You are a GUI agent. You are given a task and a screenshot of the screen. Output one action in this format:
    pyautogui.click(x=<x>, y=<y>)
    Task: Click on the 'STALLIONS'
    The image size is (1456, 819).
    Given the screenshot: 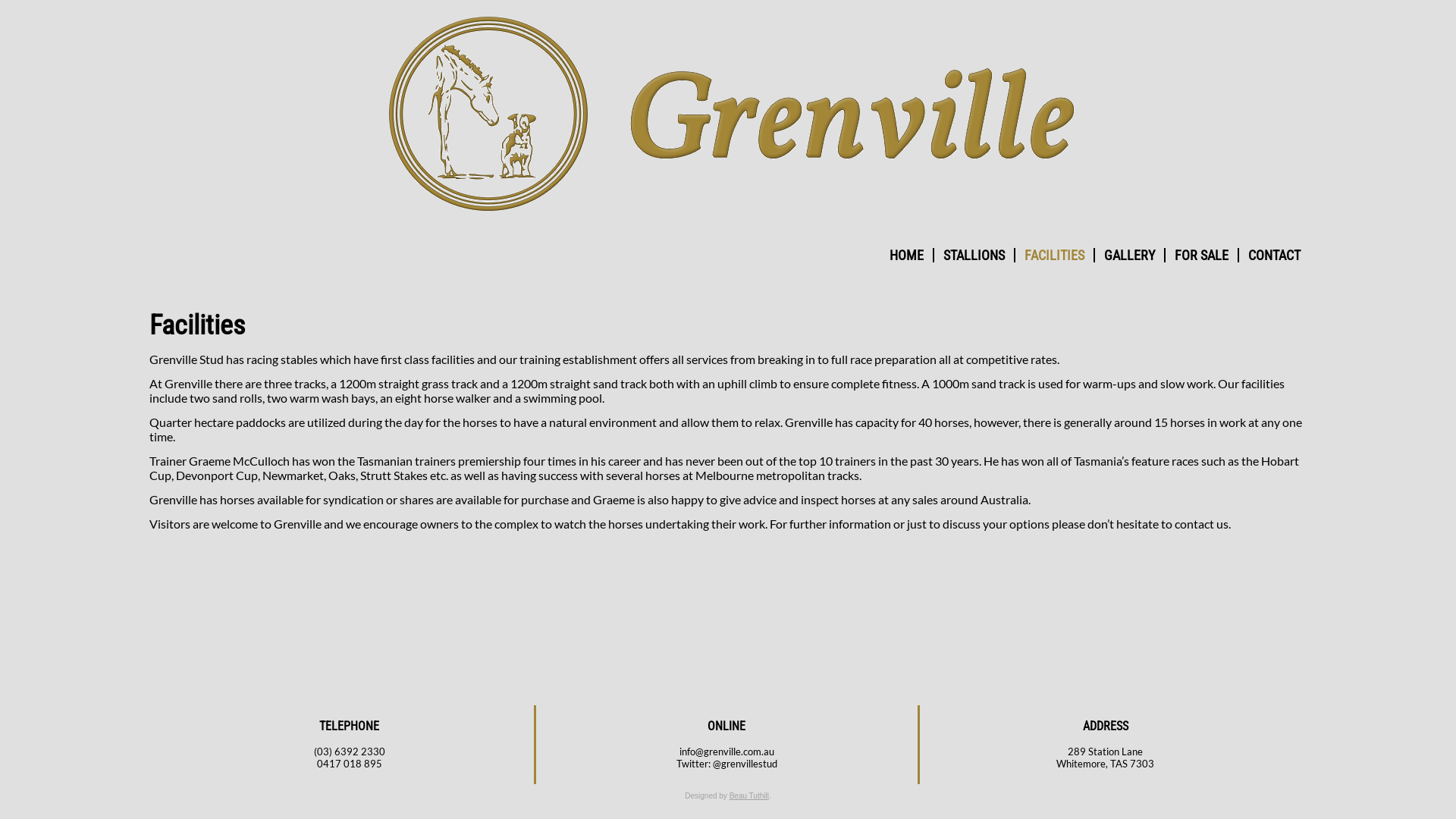 What is the action you would take?
    pyautogui.click(x=974, y=254)
    